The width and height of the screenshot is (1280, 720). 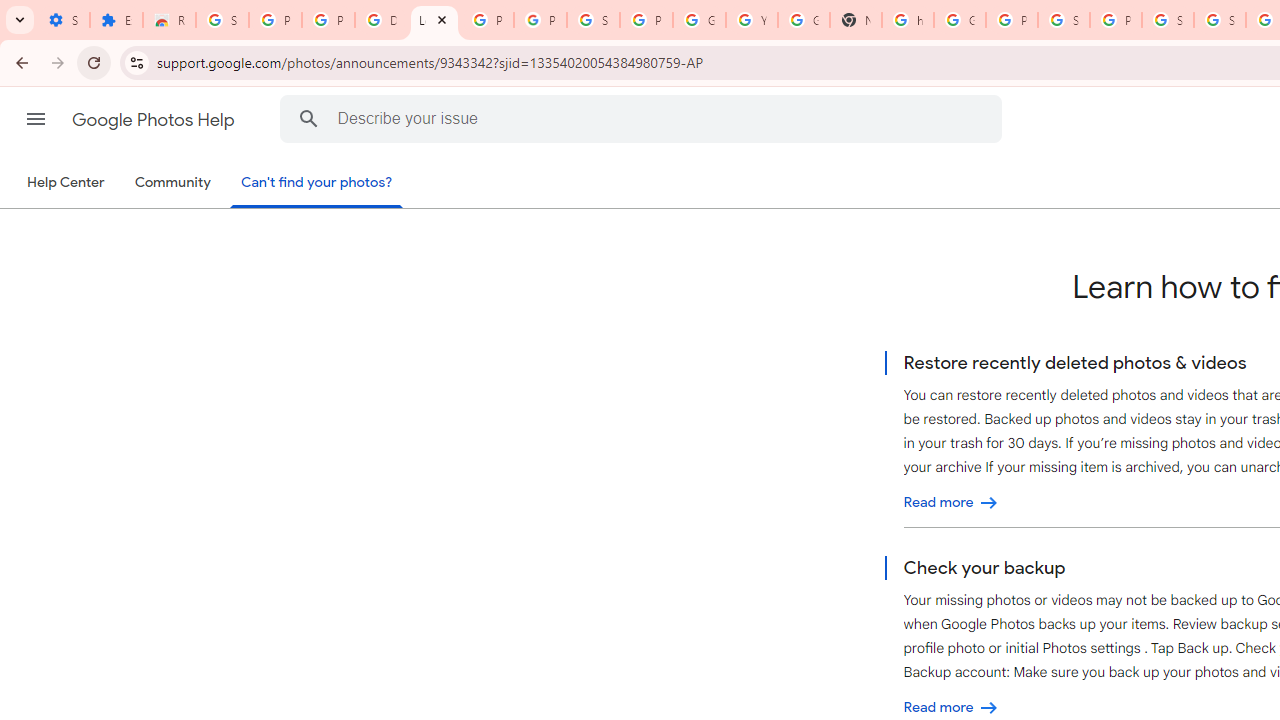 I want to click on 'Describe your issue', so click(x=645, y=118).